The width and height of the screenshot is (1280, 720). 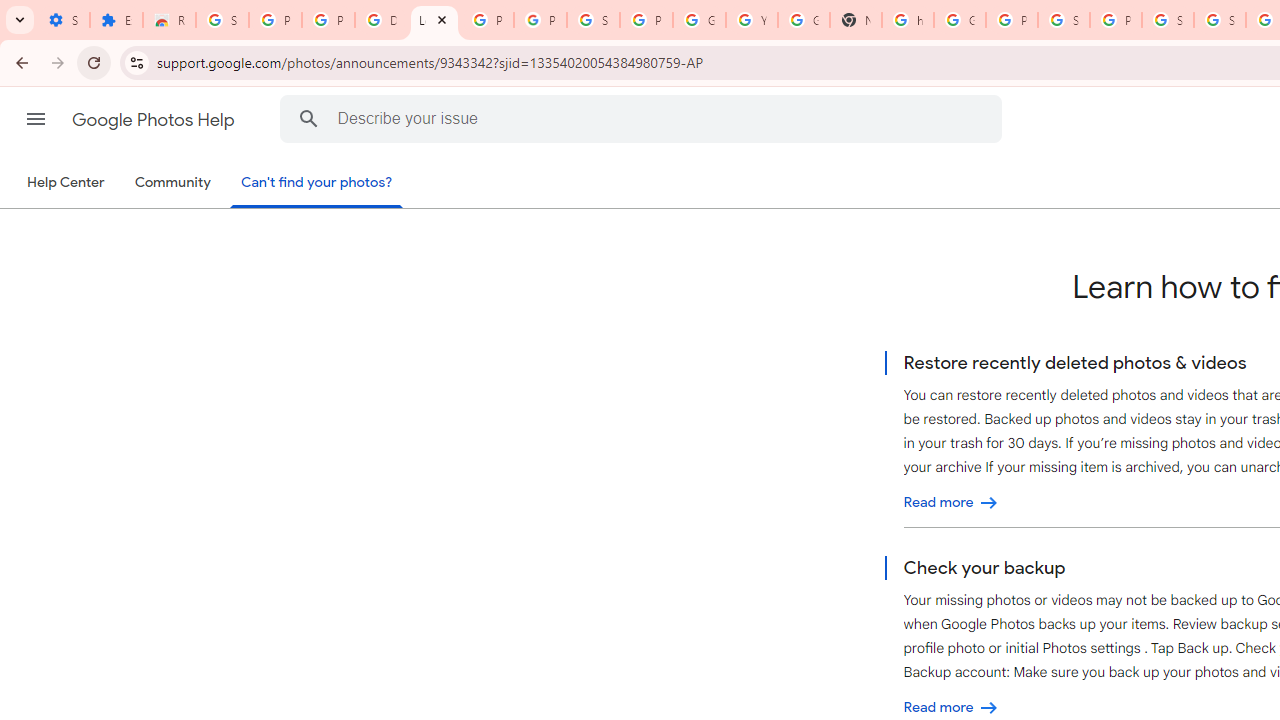 I want to click on 'Describe your issue', so click(x=645, y=118).